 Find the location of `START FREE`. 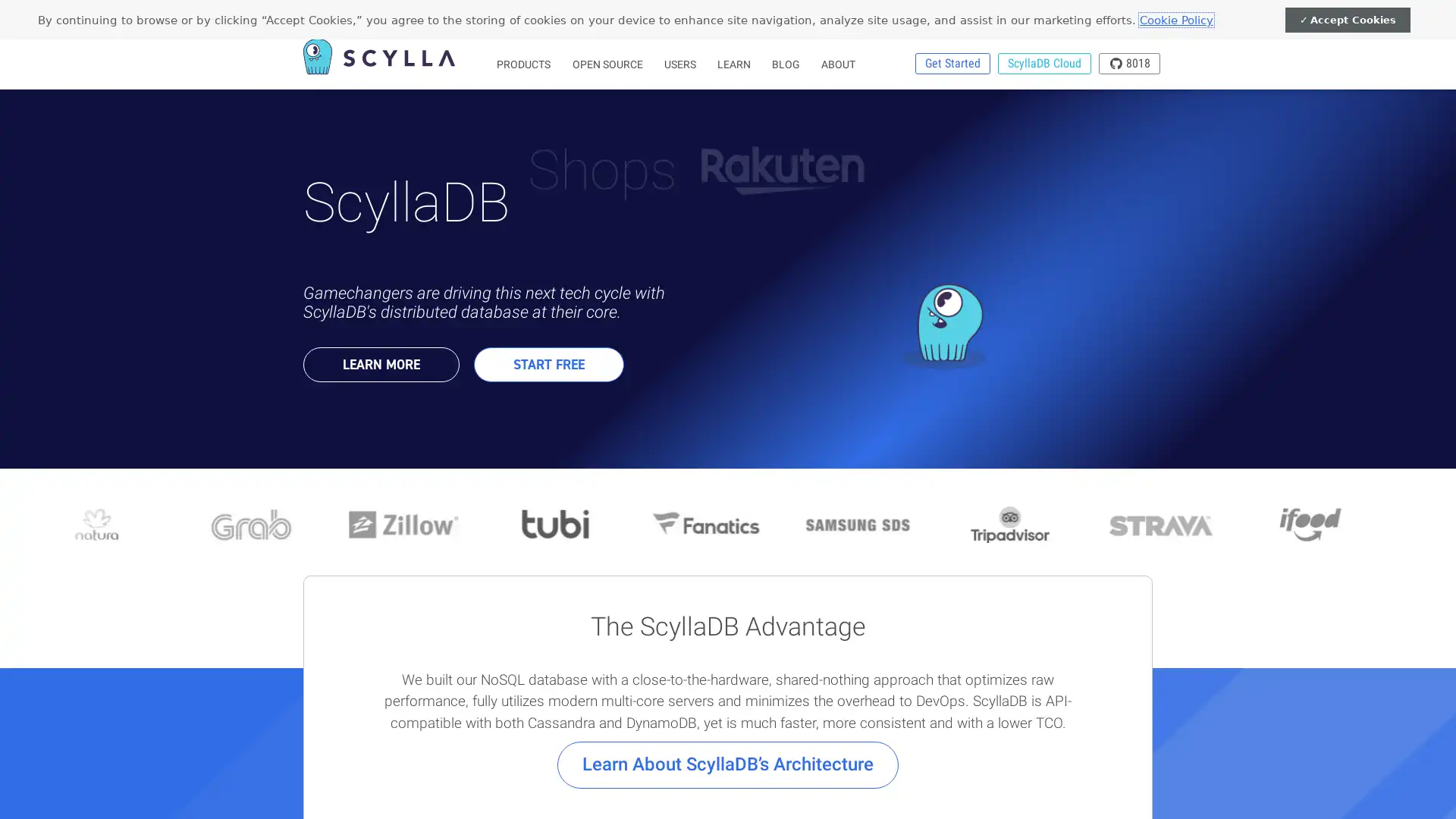

START FREE is located at coordinates (548, 364).